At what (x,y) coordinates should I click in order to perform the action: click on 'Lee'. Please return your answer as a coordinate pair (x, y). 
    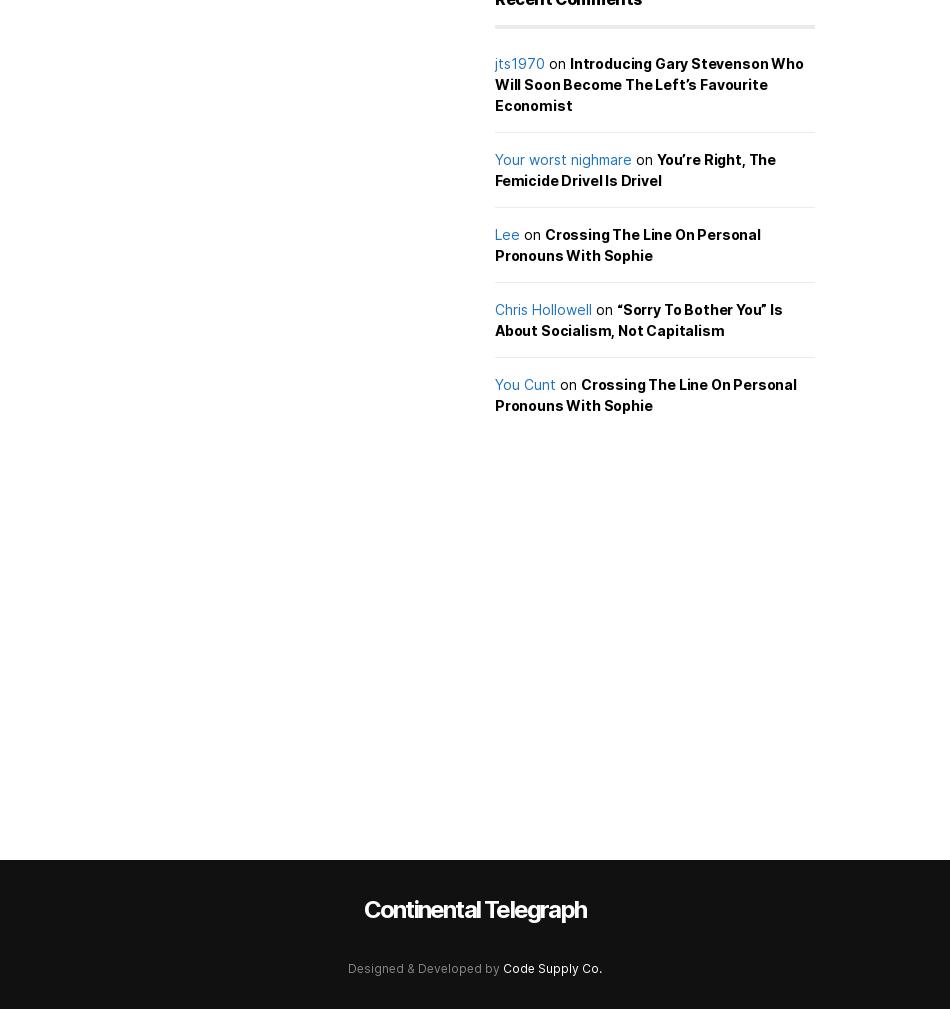
    Looking at the image, I should click on (507, 233).